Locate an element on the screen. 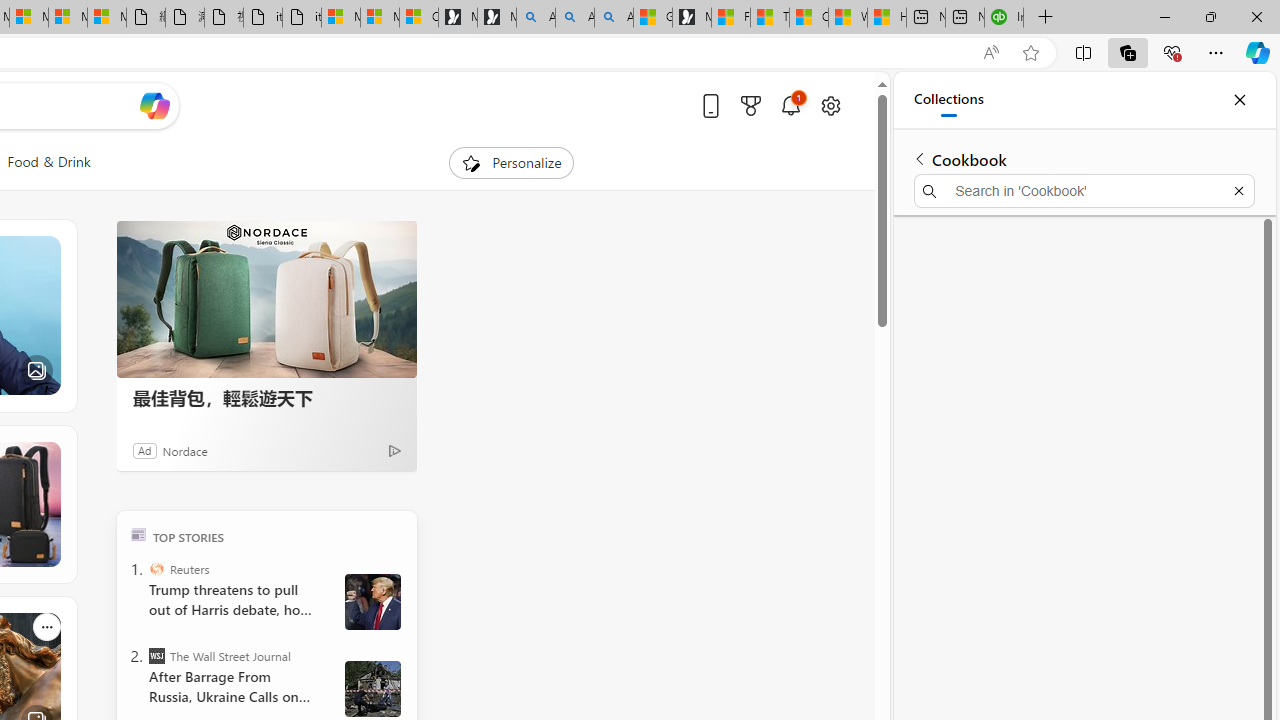 The image size is (1280, 720). 'Food & Drink' is located at coordinates (48, 162).